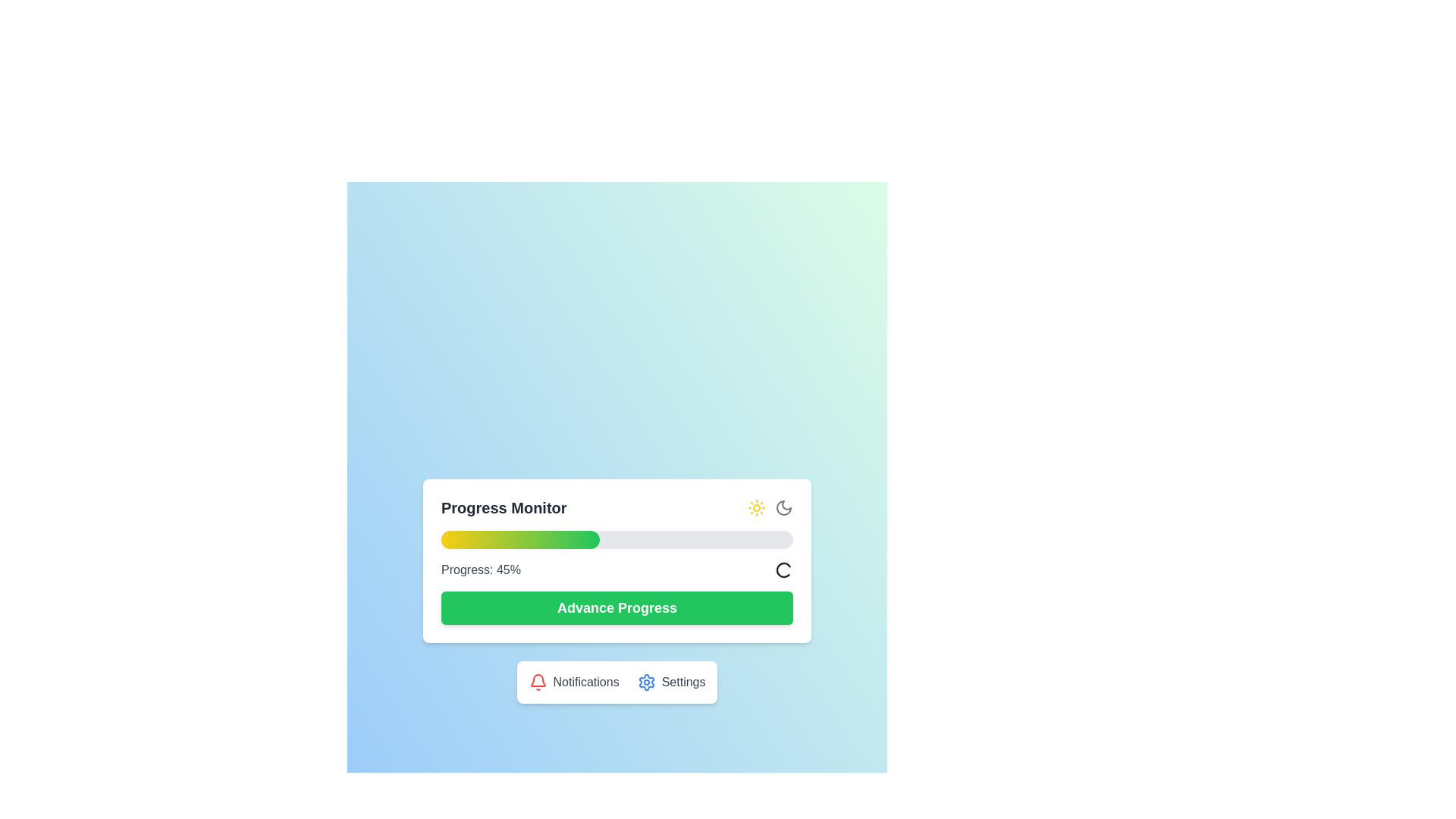 This screenshot has height=819, width=1456. I want to click on the spinning icon located below the progress bar and above the 'Advance Progress' button, so click(617, 570).